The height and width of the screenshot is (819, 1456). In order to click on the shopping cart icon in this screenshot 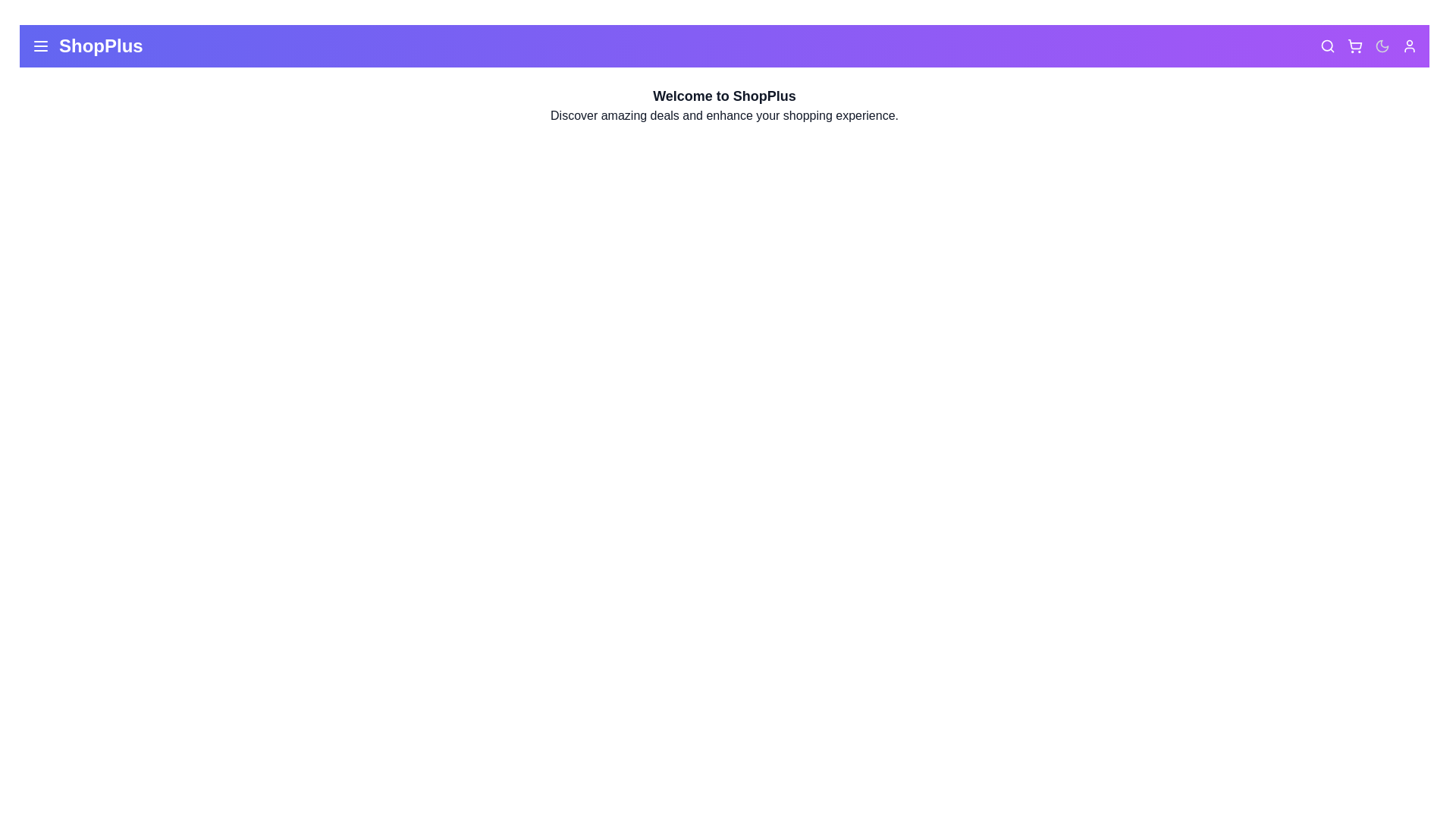, I will do `click(1354, 45)`.